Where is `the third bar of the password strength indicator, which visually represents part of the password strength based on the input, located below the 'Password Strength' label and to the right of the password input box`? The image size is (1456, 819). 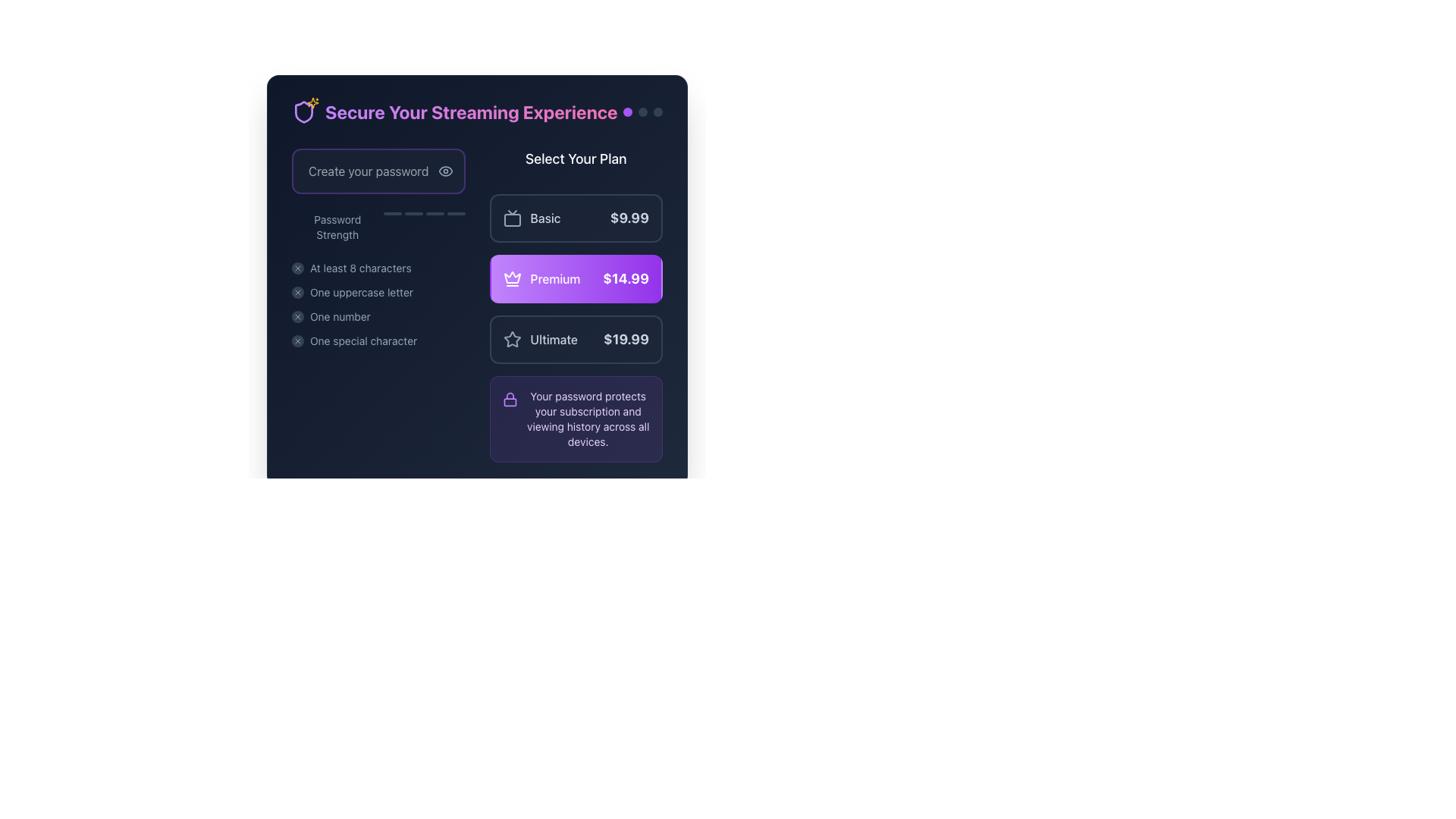 the third bar of the password strength indicator, which visually represents part of the password strength based on the input, located below the 'Password Strength' label and to the right of the password input box is located at coordinates (434, 213).